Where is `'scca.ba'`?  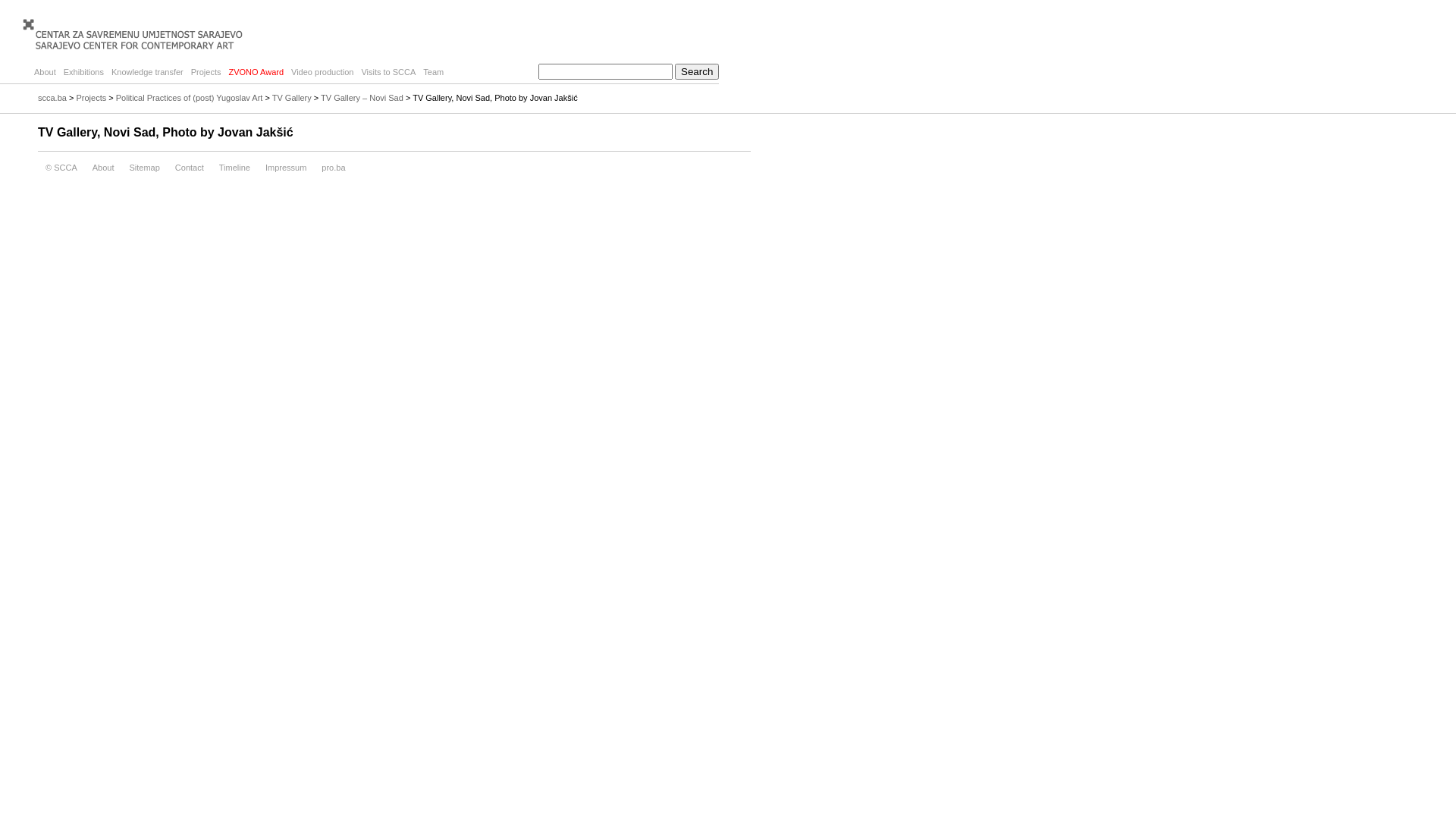 'scca.ba' is located at coordinates (52, 97).